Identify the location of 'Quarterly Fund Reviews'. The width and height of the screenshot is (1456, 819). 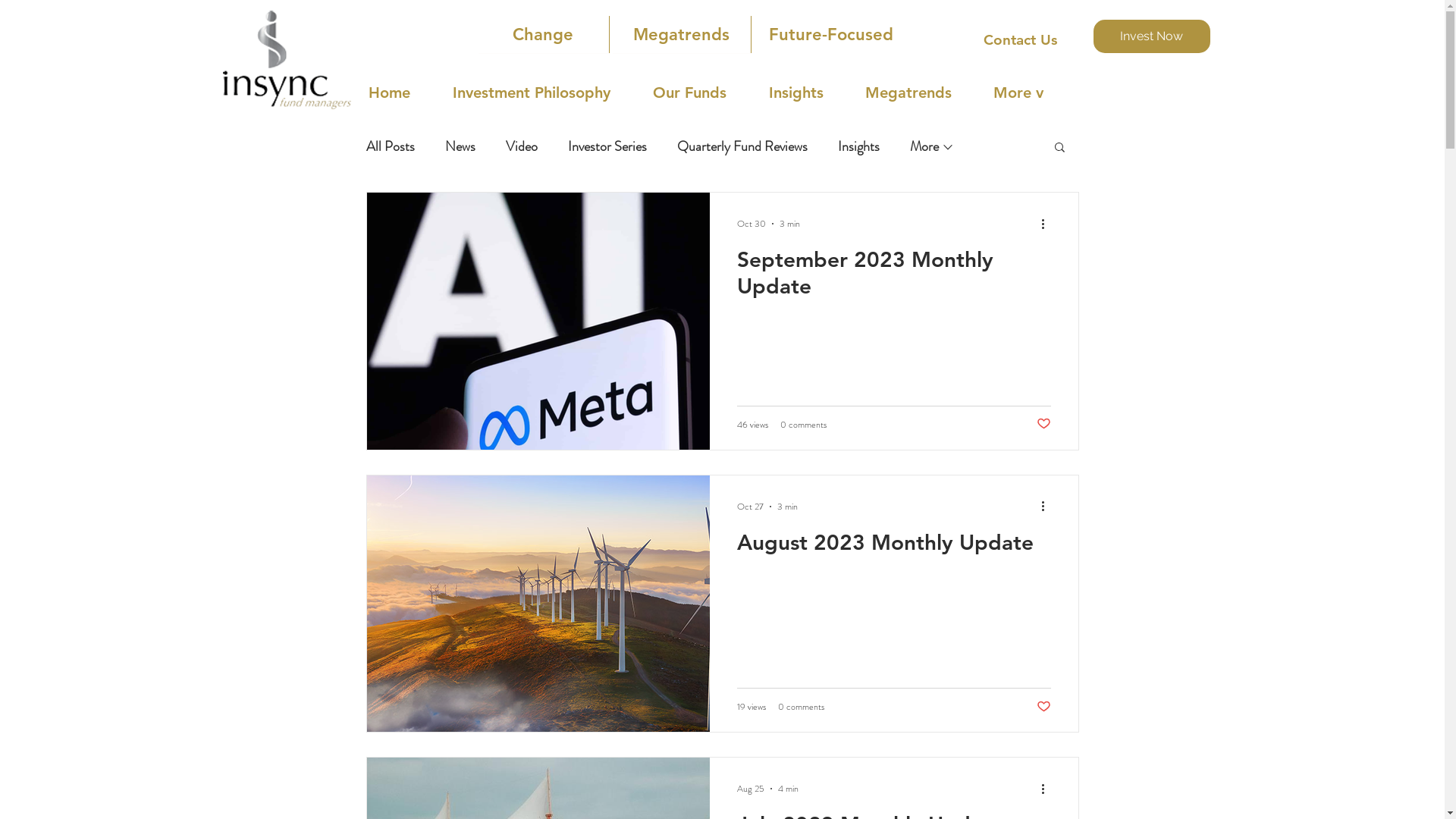
(742, 146).